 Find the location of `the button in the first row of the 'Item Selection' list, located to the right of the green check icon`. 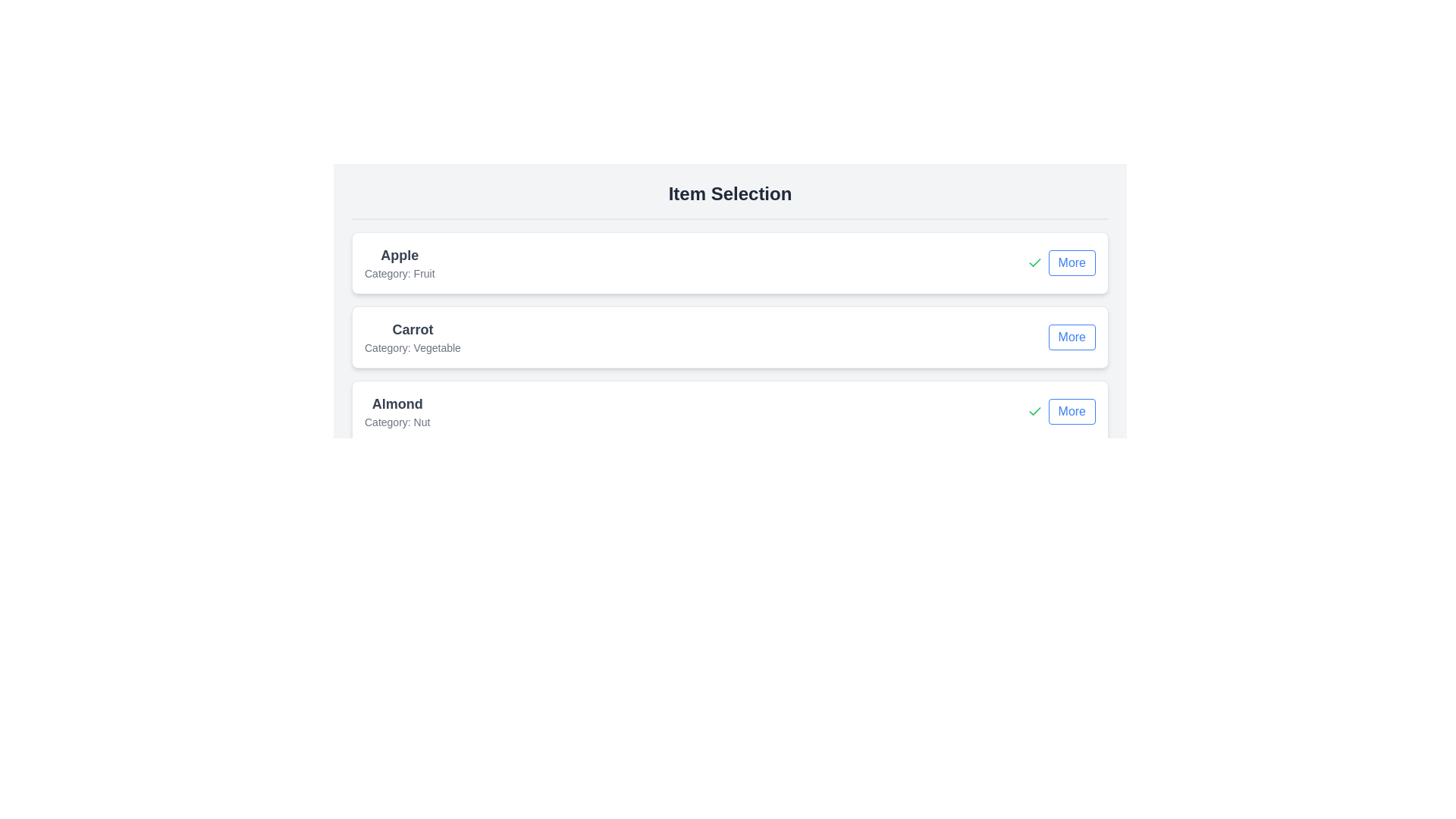

the button in the first row of the 'Item Selection' list, located to the right of the green check icon is located at coordinates (1071, 262).